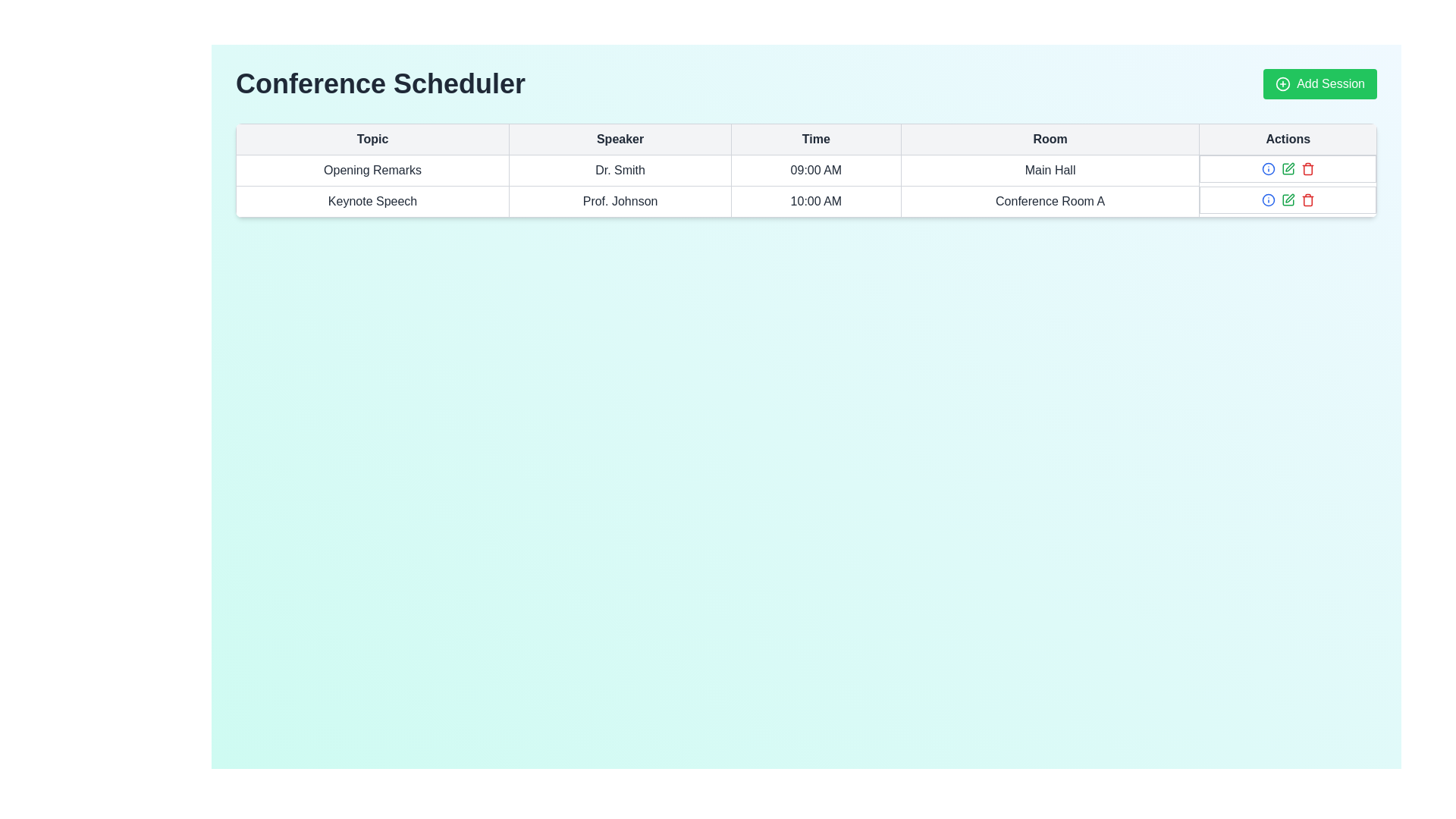 The width and height of the screenshot is (1456, 819). What do you see at coordinates (372, 140) in the screenshot?
I see `the text cell containing the word 'Topic', which is the first cell in the table header row, styled with a border and padding` at bounding box center [372, 140].